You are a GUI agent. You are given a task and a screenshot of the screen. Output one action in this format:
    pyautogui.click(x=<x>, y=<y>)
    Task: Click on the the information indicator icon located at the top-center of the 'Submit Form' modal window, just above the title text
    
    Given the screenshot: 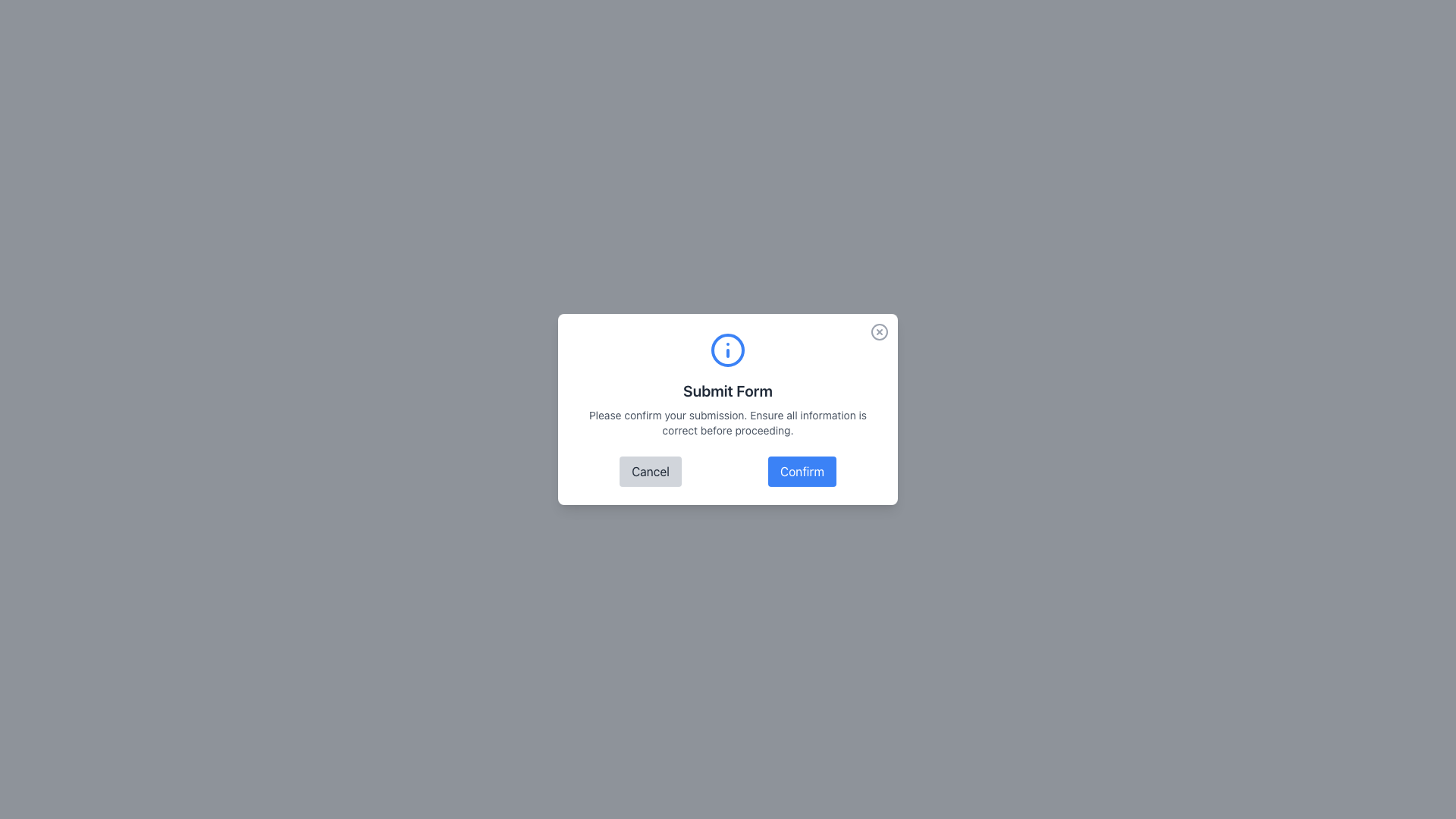 What is the action you would take?
    pyautogui.click(x=728, y=350)
    